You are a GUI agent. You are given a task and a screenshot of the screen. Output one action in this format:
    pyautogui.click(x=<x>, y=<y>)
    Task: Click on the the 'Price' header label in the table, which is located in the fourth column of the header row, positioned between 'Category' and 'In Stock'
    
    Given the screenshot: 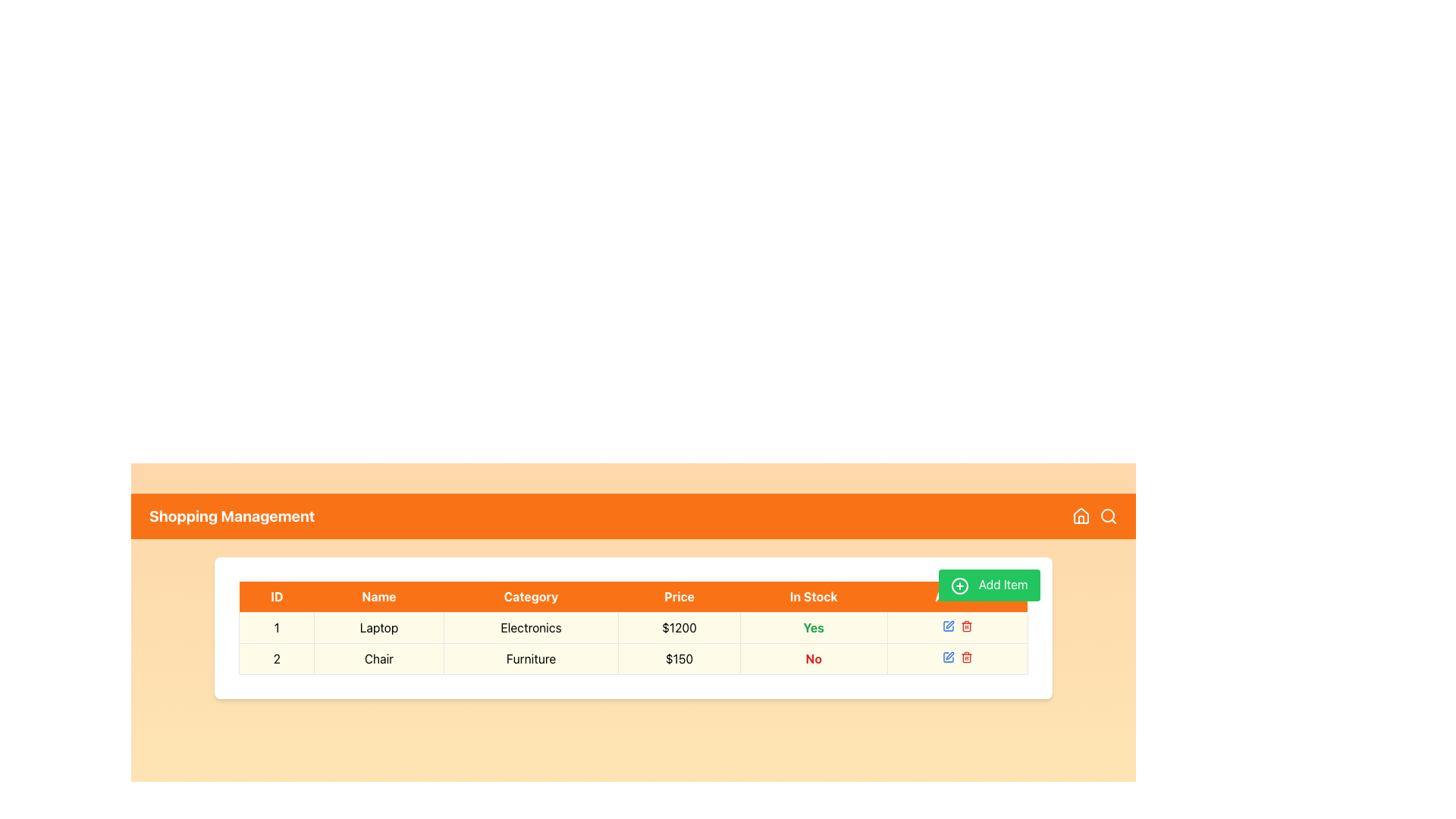 What is the action you would take?
    pyautogui.click(x=679, y=596)
    